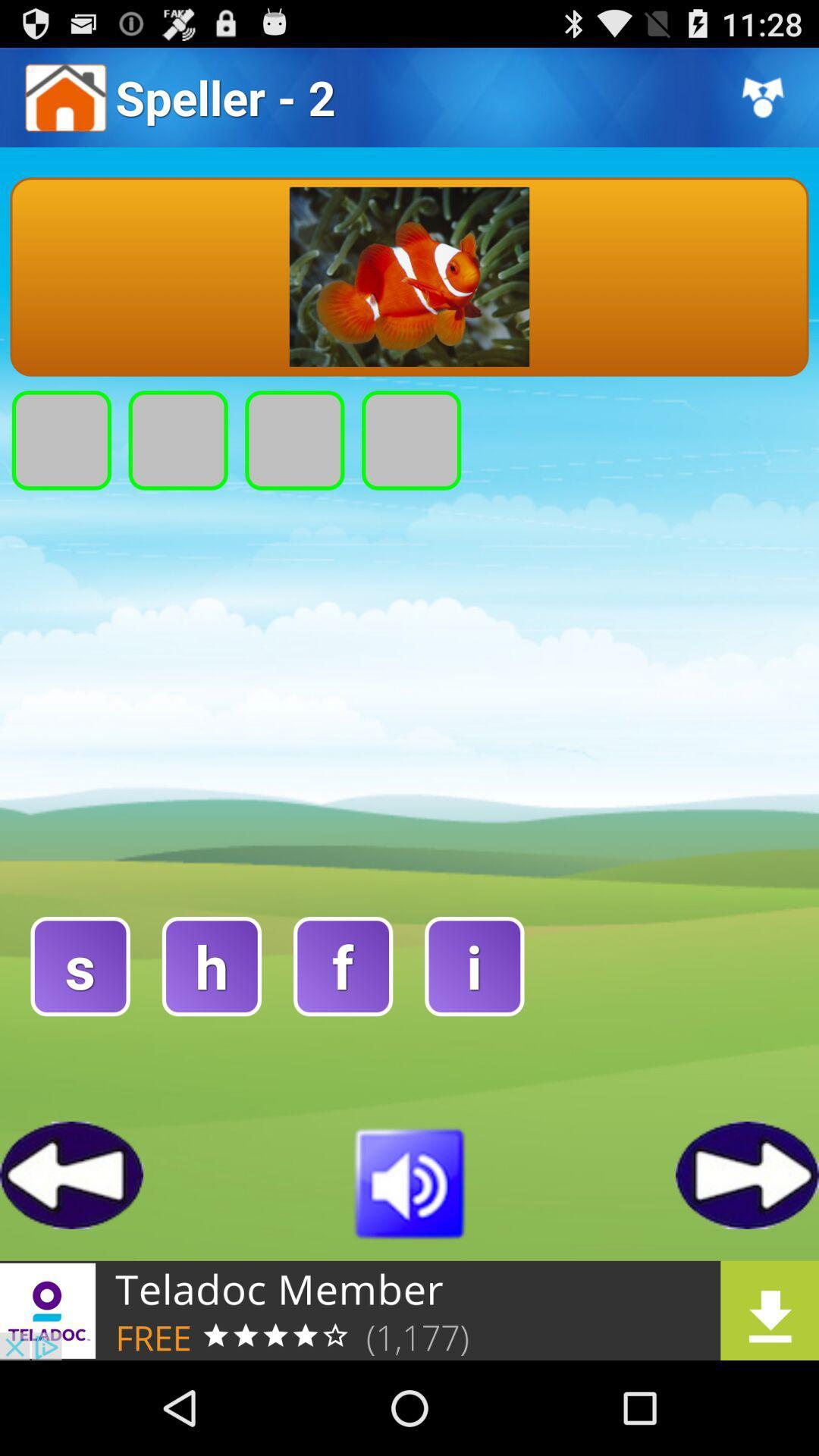 The width and height of the screenshot is (819, 1456). Describe the element at coordinates (746, 1174) in the screenshot. I see `next` at that location.